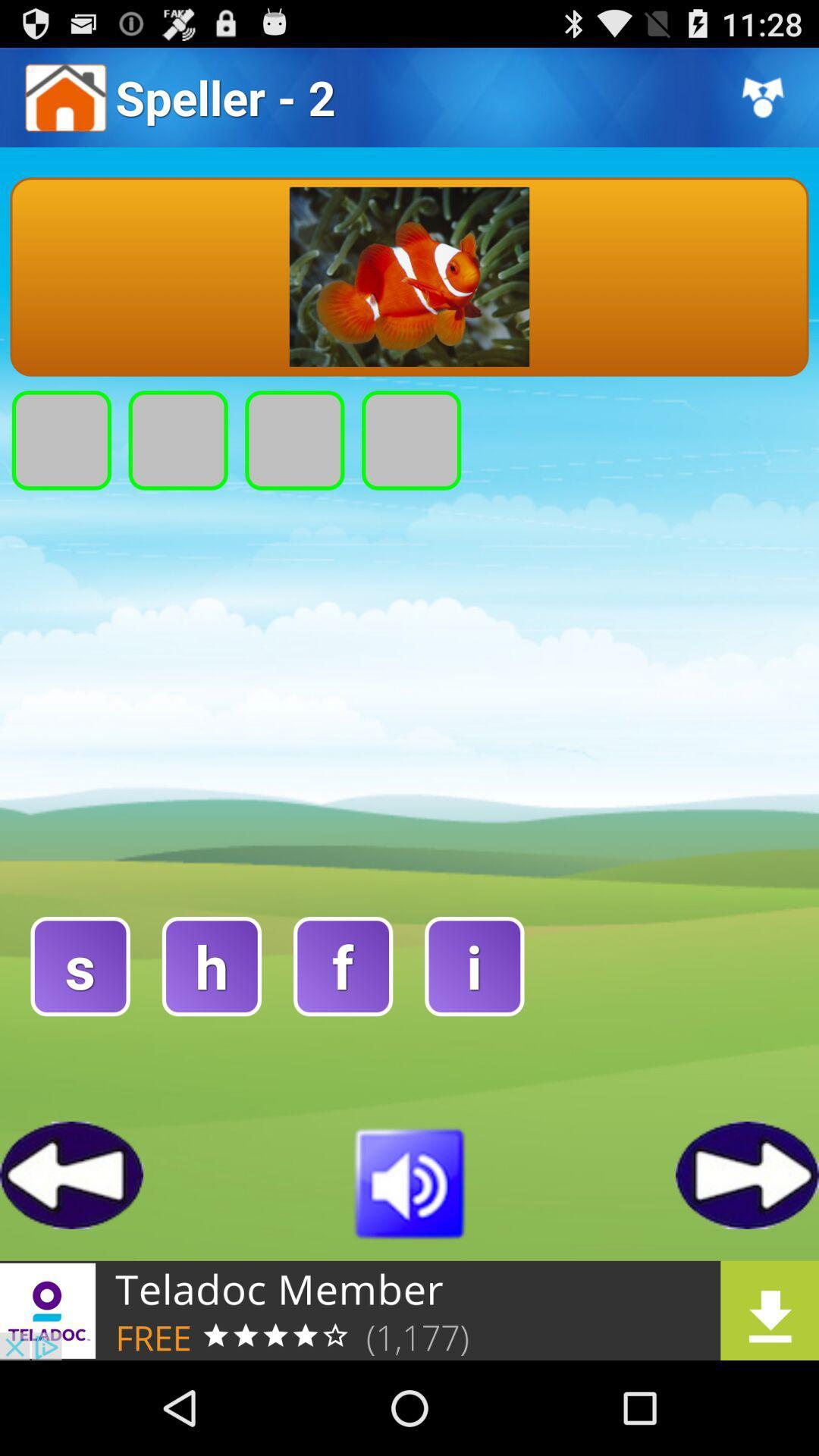 The width and height of the screenshot is (819, 1456). Describe the element at coordinates (746, 1174) in the screenshot. I see `next` at that location.